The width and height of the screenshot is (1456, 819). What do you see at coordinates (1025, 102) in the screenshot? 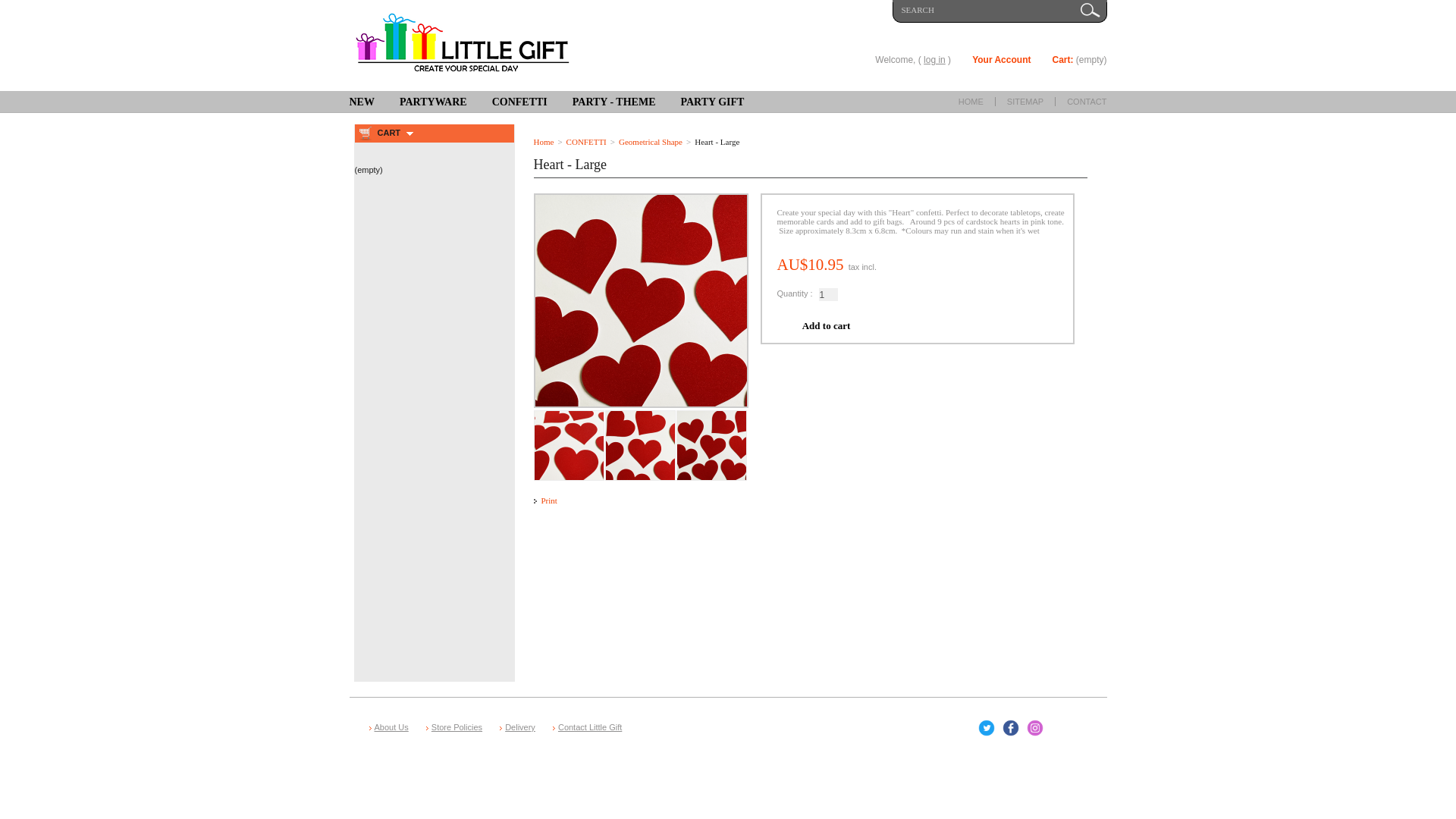
I see `'SITEMAP'` at bounding box center [1025, 102].